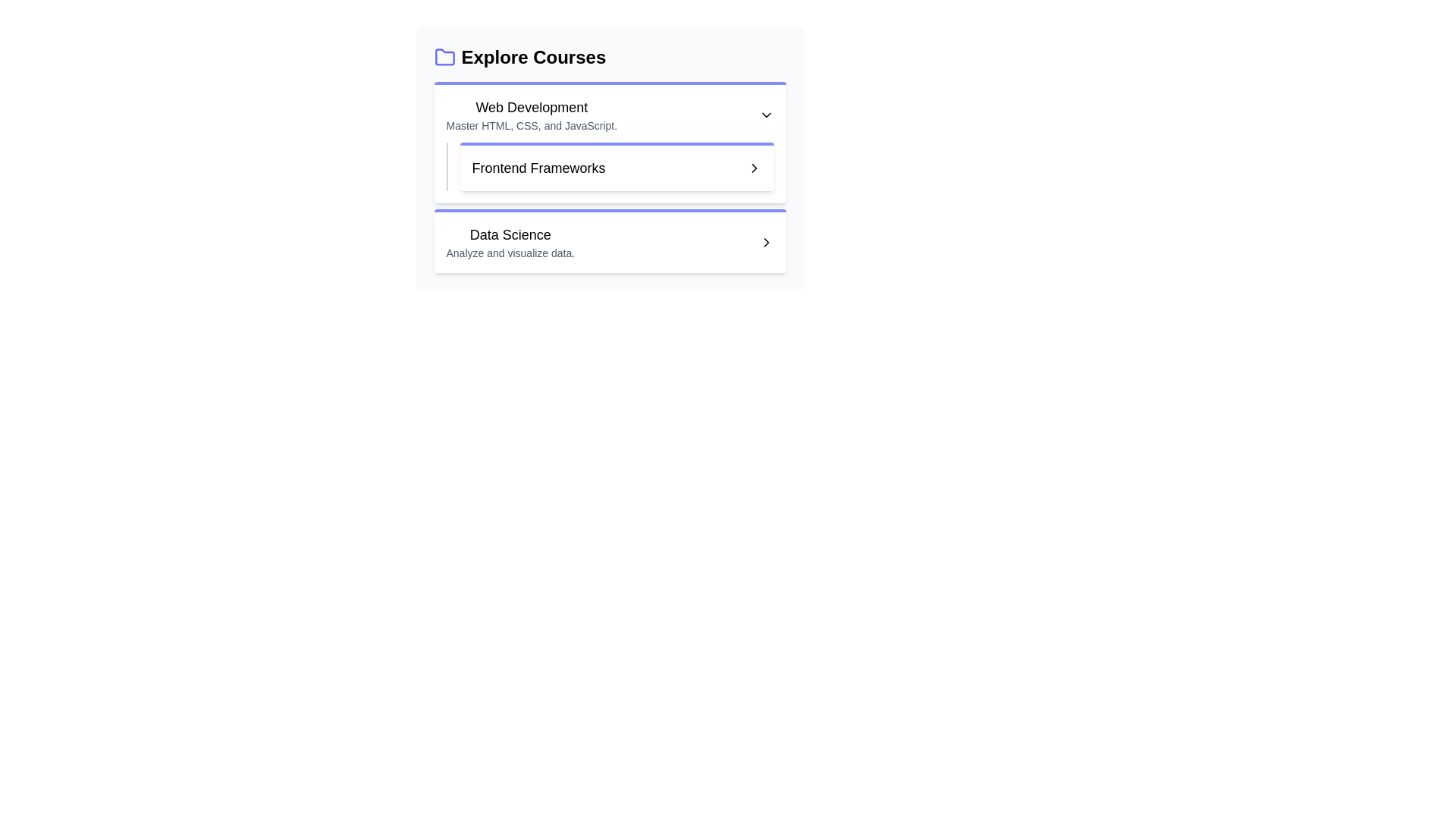 The image size is (1456, 819). What do you see at coordinates (531, 114) in the screenshot?
I see `the first course entry in the 'Explore Courses' section` at bounding box center [531, 114].